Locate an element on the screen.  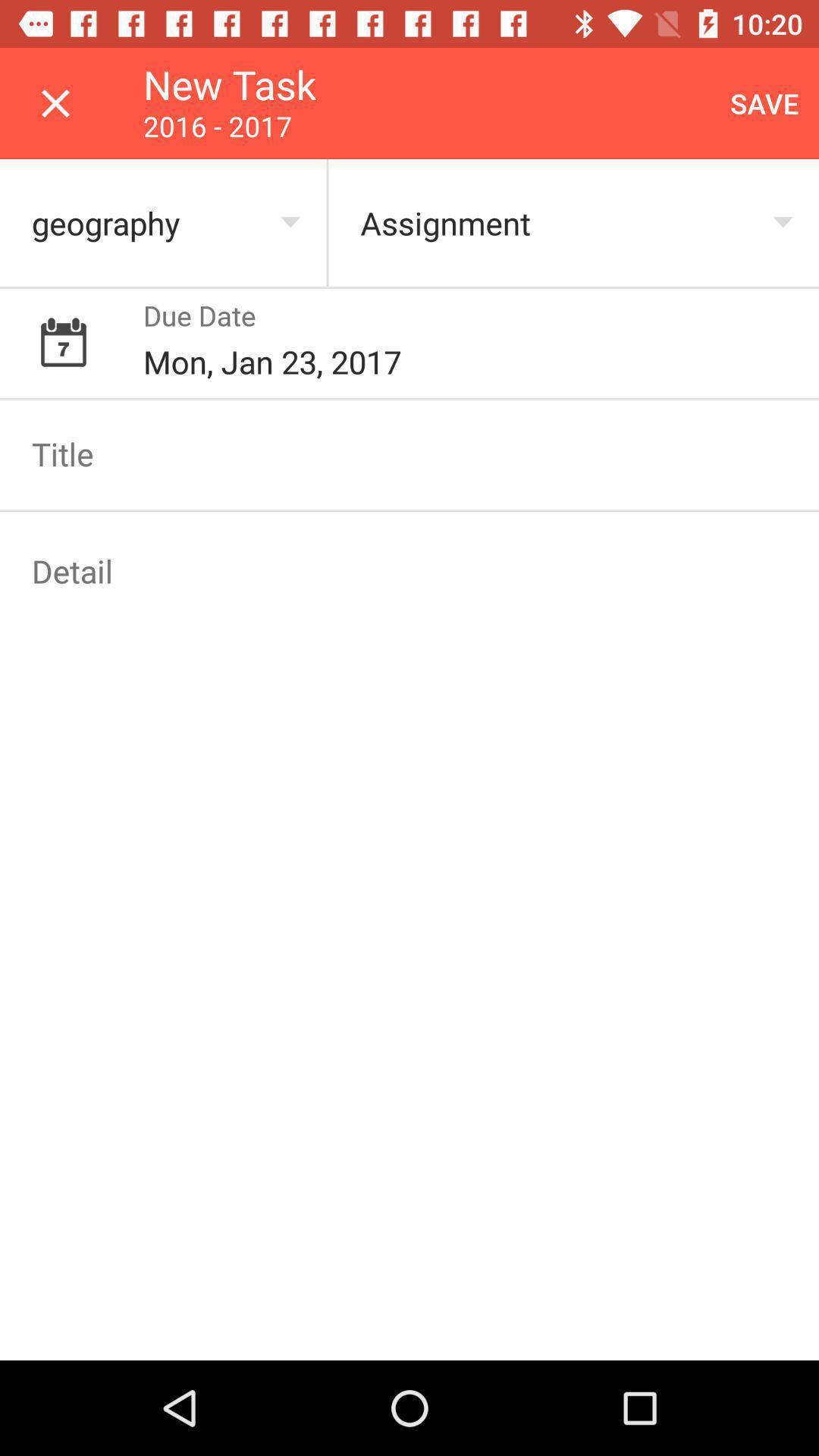
title is located at coordinates (409, 453).